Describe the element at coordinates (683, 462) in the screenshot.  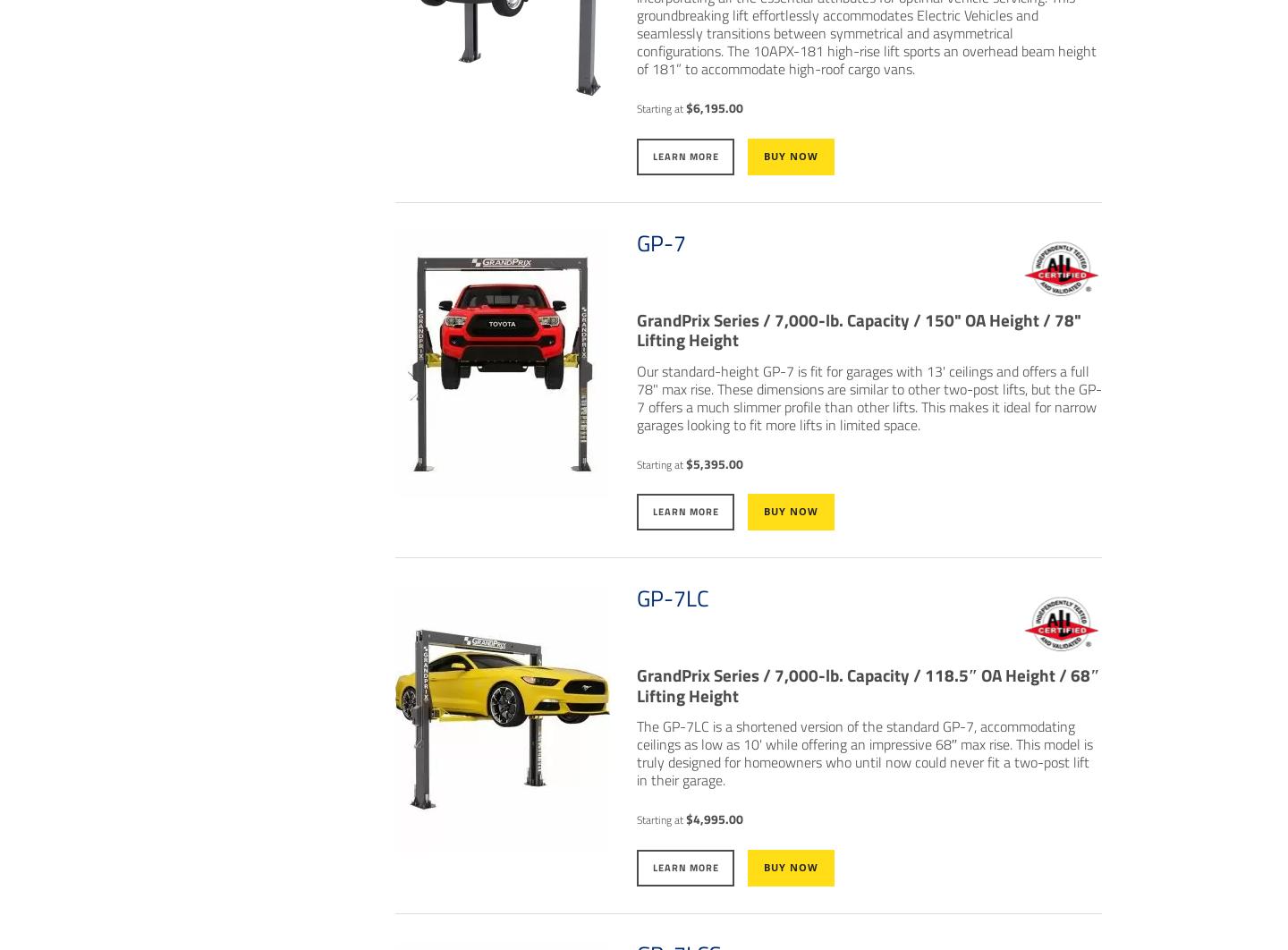
I see `'$5,395.00'` at that location.